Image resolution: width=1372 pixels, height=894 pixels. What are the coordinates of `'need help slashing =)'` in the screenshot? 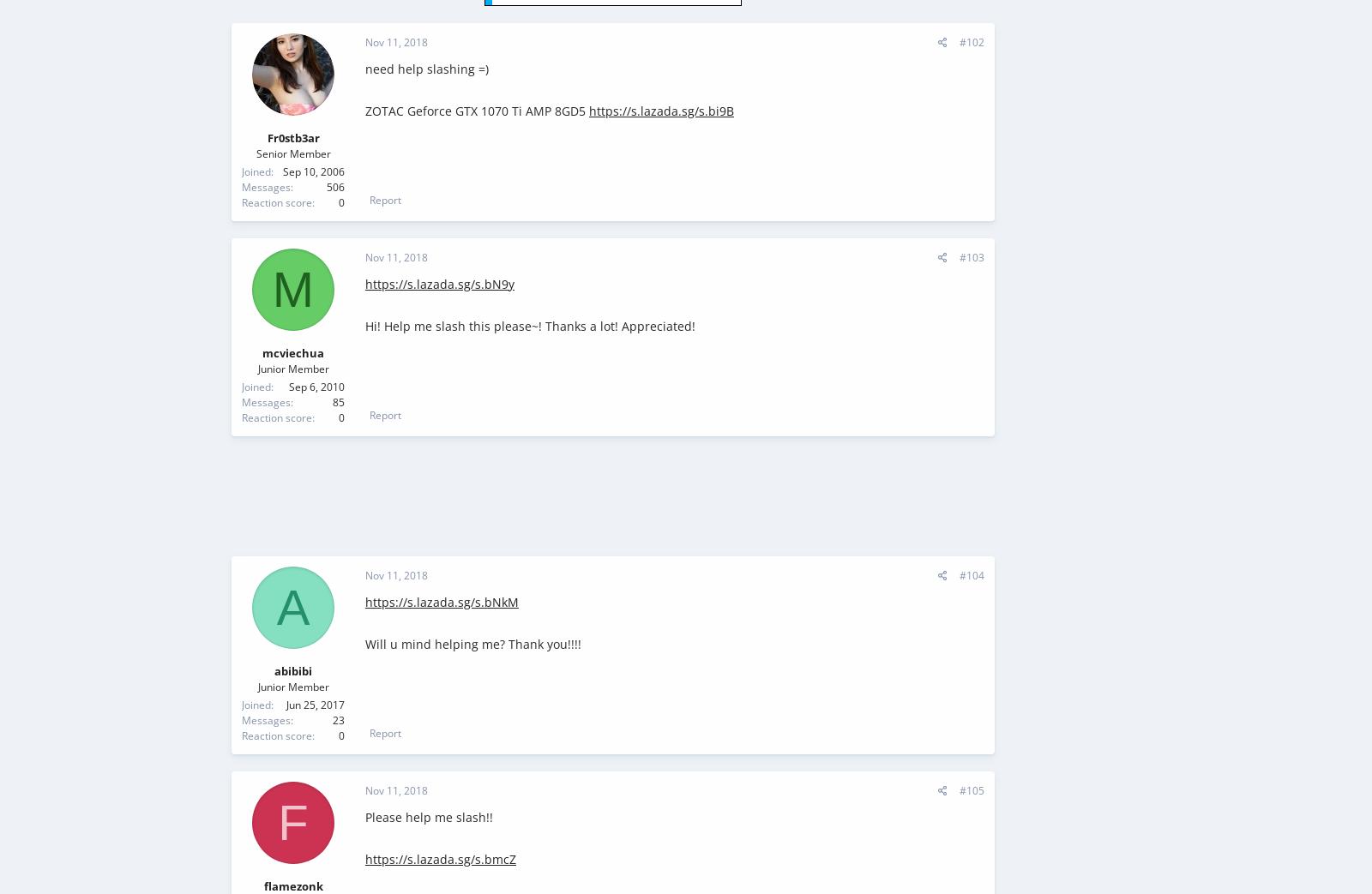 It's located at (426, 69).